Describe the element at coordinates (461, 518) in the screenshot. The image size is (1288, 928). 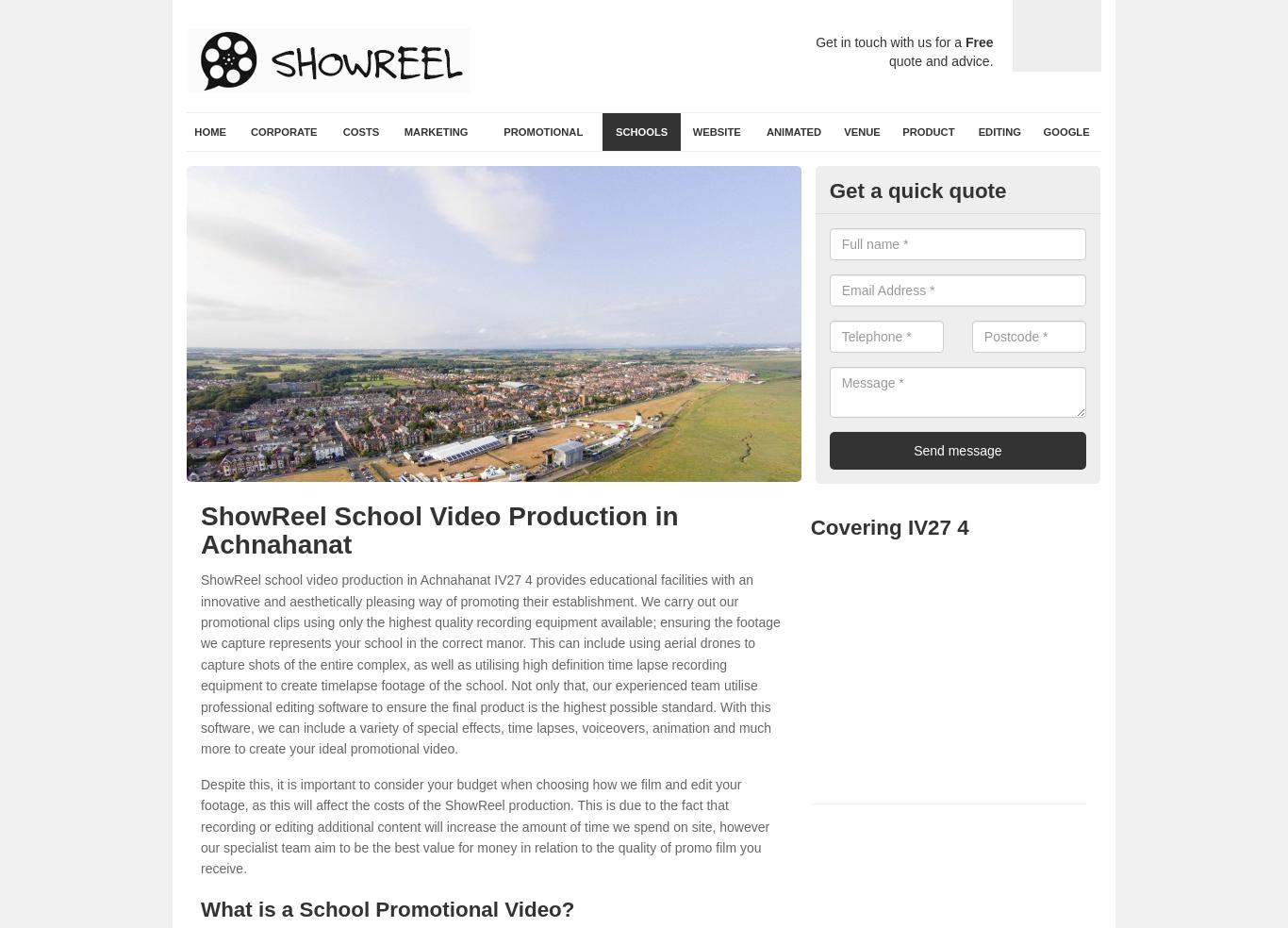
I see `'School Video Production in Achnahanat'` at that location.